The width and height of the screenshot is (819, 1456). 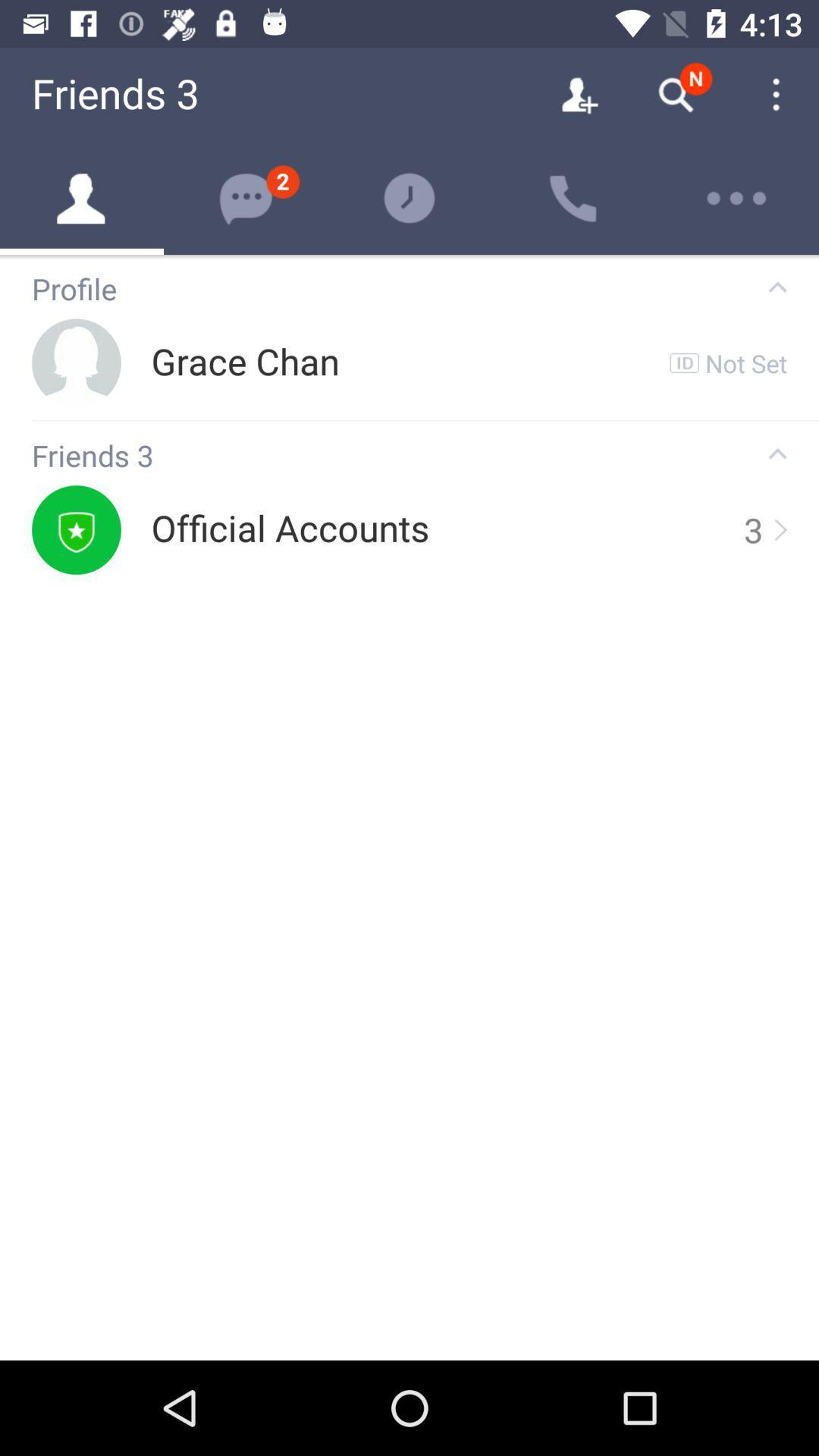 What do you see at coordinates (696, 78) in the screenshot?
I see `the letter n on the search bar icon` at bounding box center [696, 78].